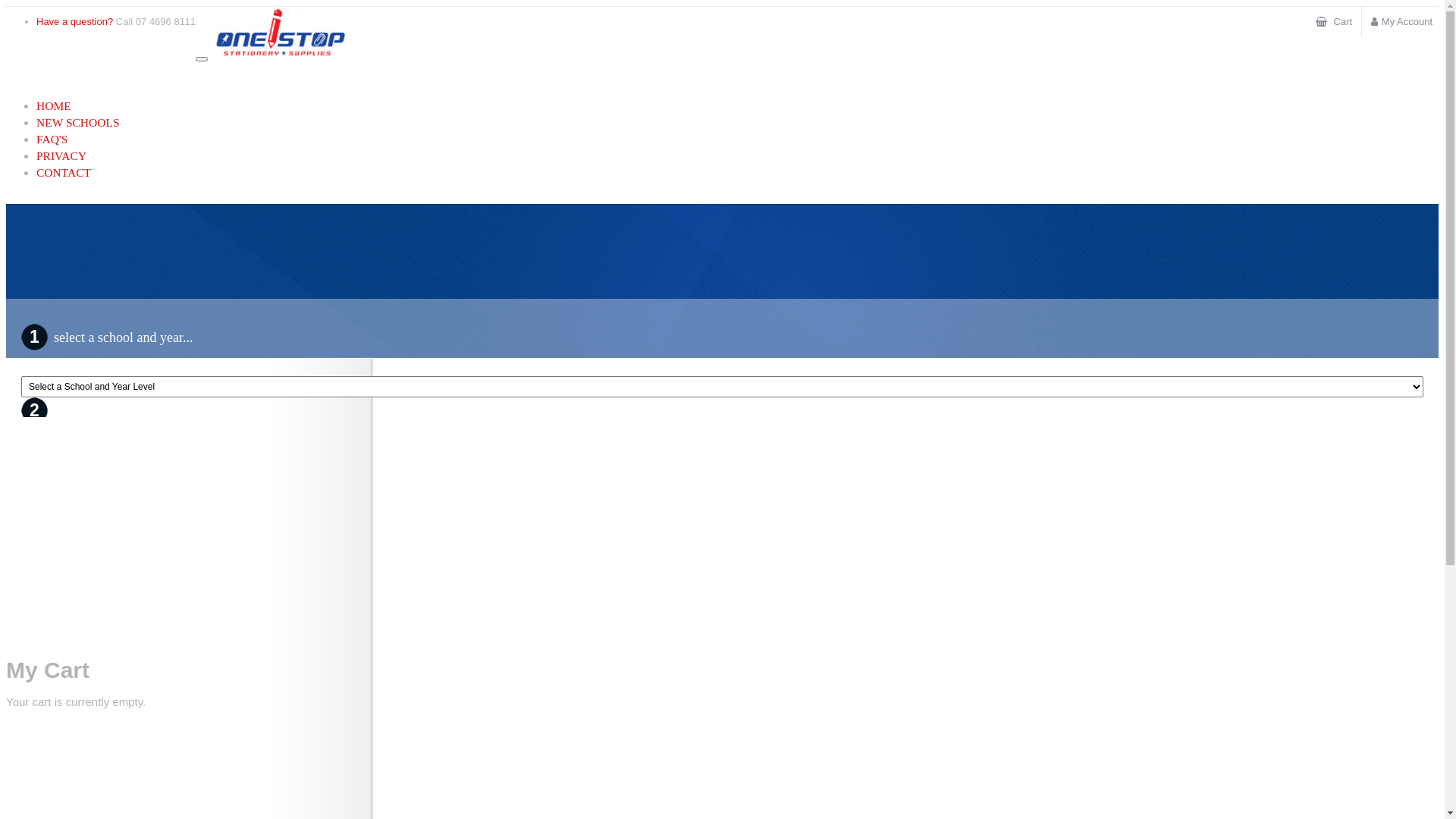 The image size is (1456, 819). I want to click on 'HOME', so click(36, 105).